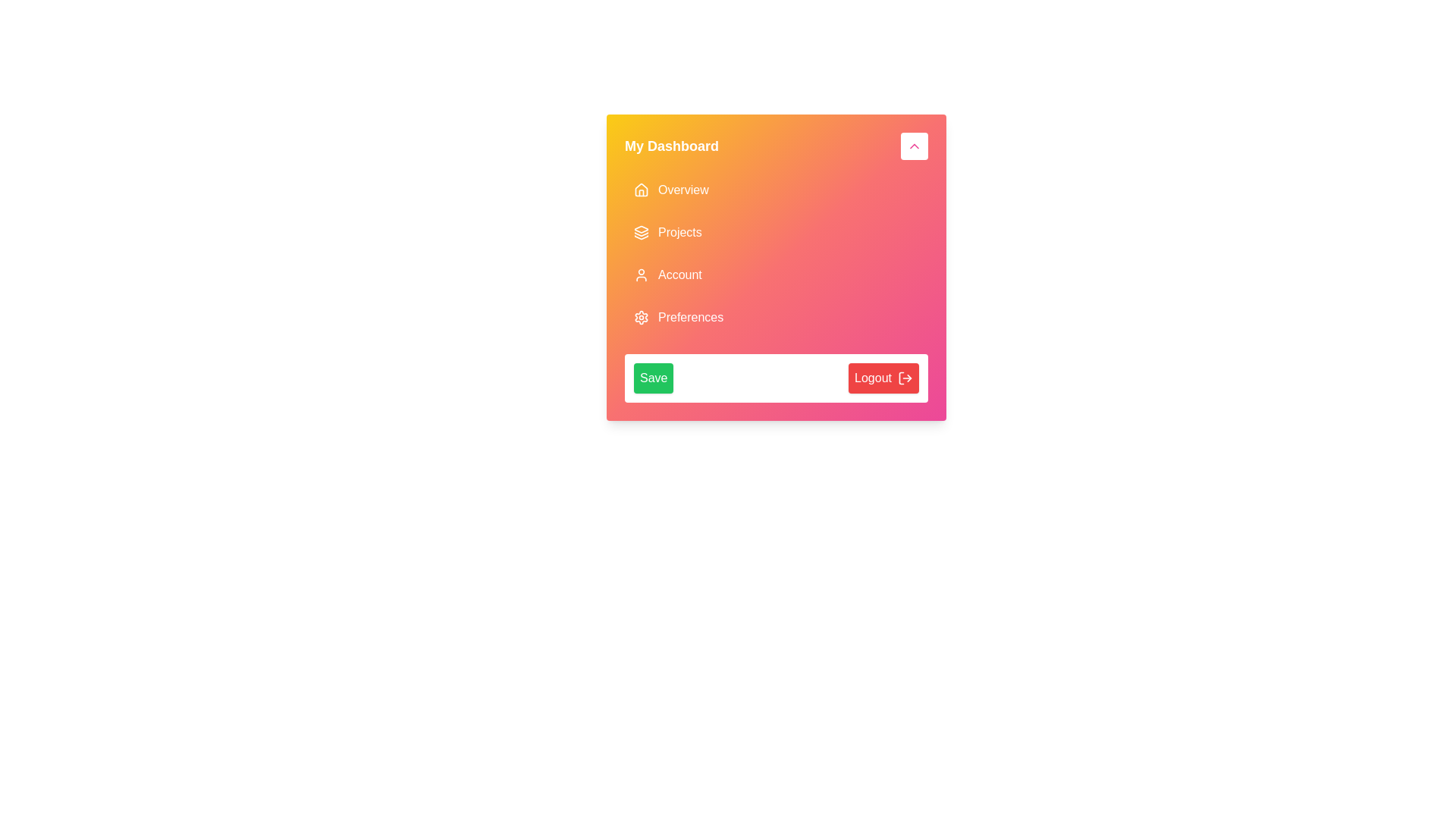 This screenshot has height=819, width=1456. Describe the element at coordinates (690, 317) in the screenshot. I see `the 'Preferences' text label styled in white font on a pink-orange gradient background` at that location.